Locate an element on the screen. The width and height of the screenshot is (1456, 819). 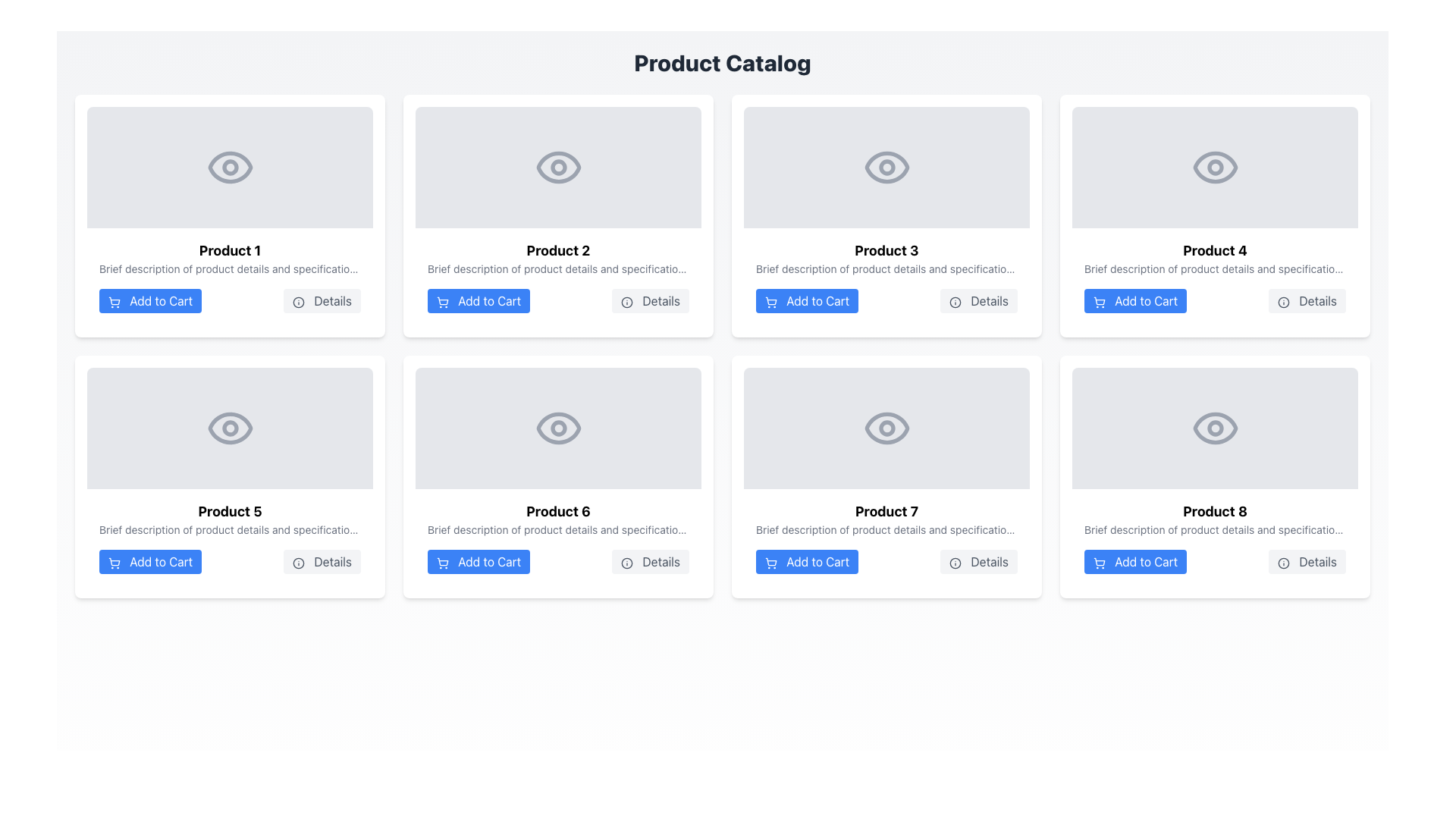
the button located in the second row, second column of the product grid is located at coordinates (651, 301).